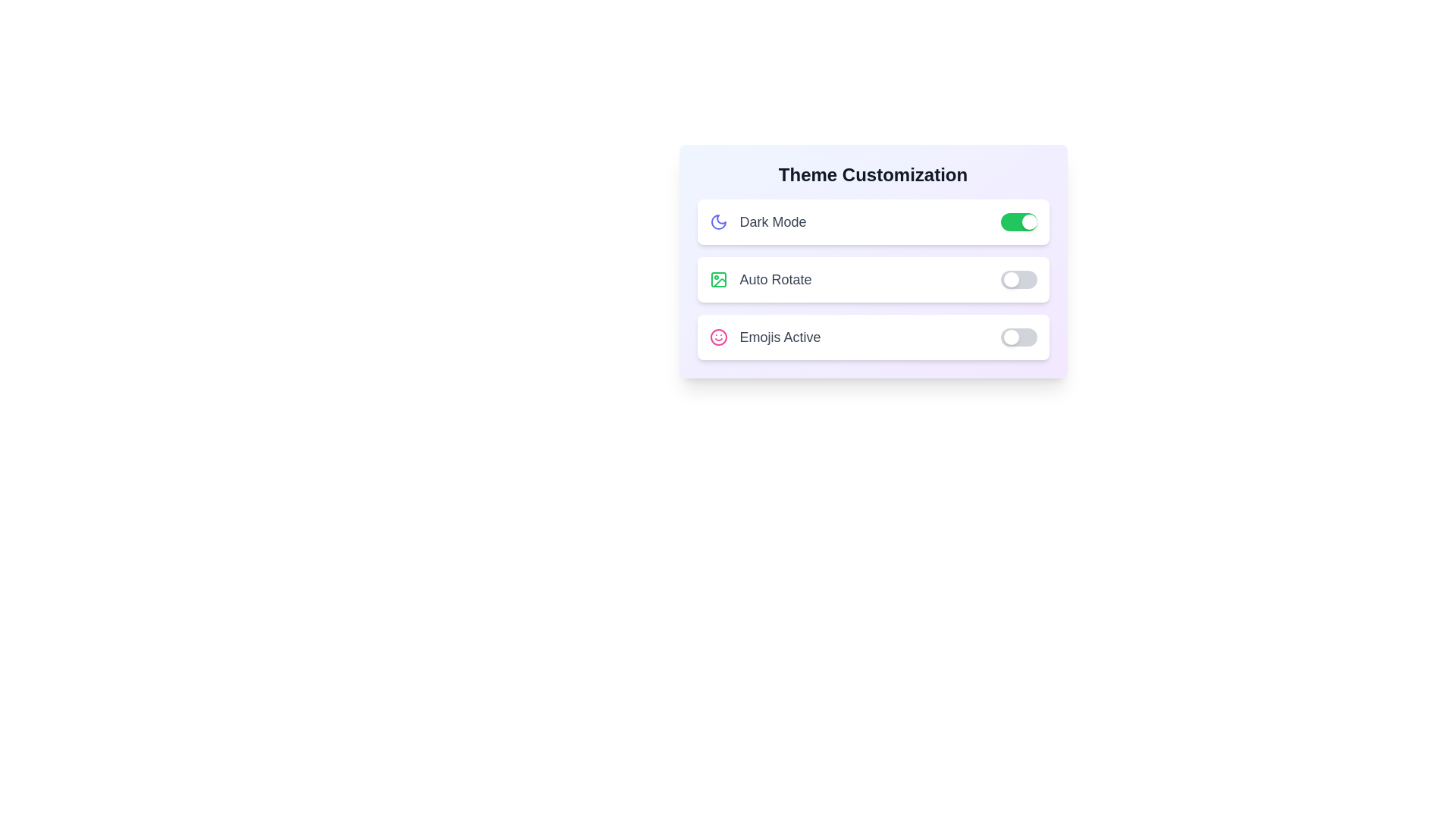 The height and width of the screenshot is (819, 1456). Describe the element at coordinates (775, 280) in the screenshot. I see `the 'Auto Rotate' text label located below the 'Dark Mode' option in the 'Theme Customization' box` at that location.